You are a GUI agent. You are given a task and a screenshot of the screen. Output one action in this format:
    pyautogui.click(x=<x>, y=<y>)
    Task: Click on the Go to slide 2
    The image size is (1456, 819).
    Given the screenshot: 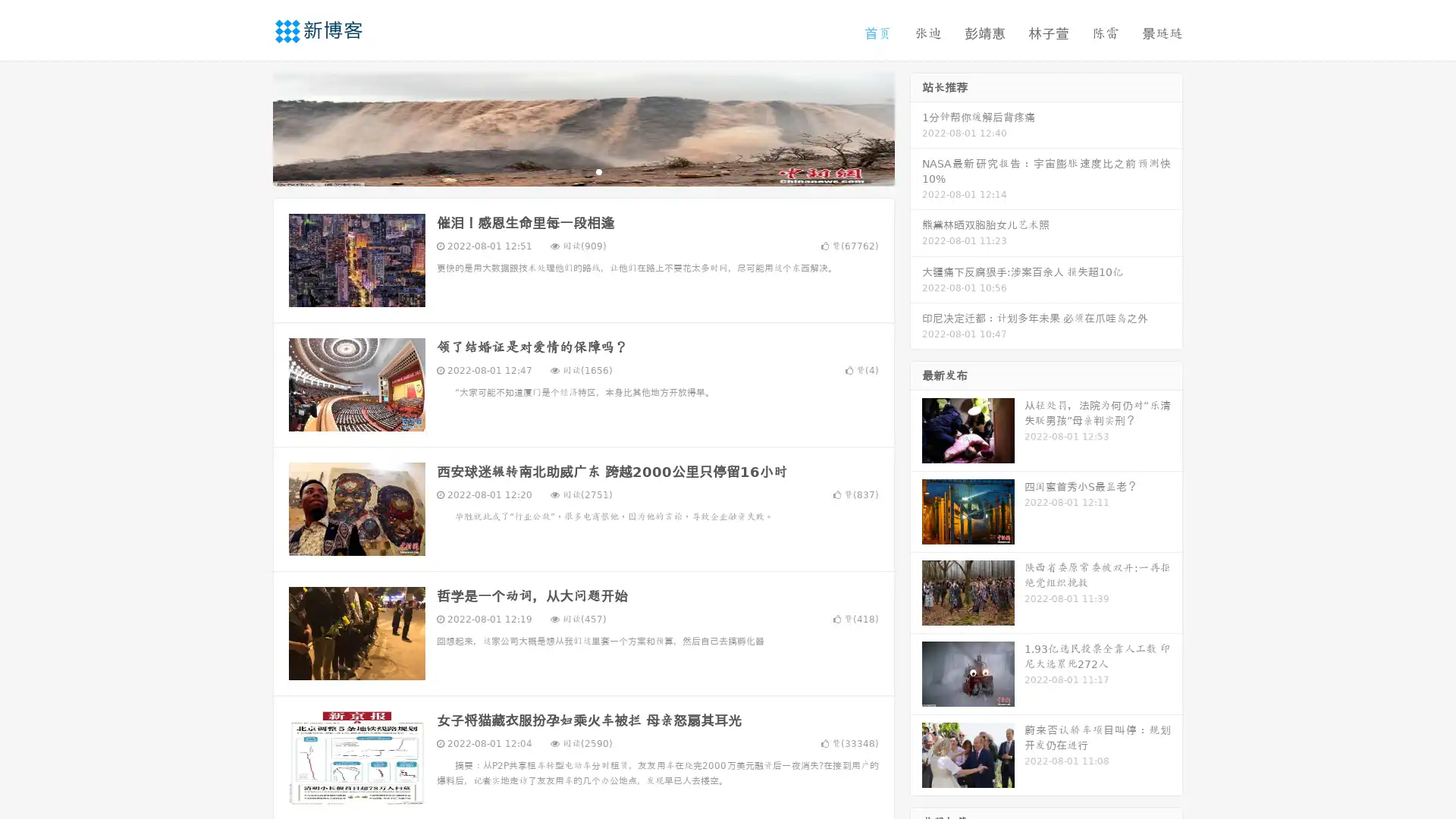 What is the action you would take?
    pyautogui.click(x=582, y=171)
    